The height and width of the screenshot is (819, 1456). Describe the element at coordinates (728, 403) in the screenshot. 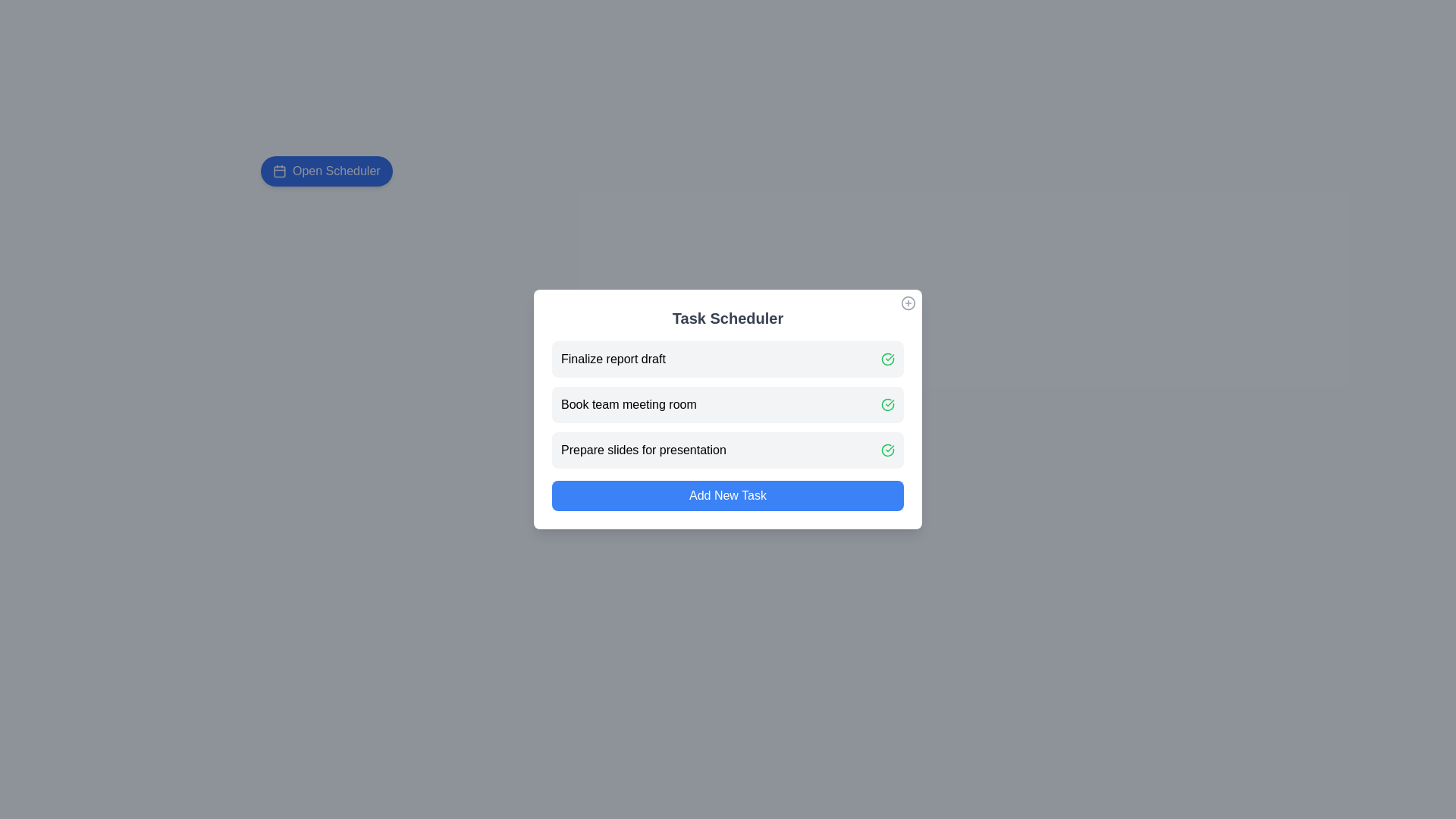

I see `the task item display box that indicates a completed task in the task scheduler, positioned centrally in the interface, below 'Finalize report draft' and above 'Prepare slides for presentation'` at that location.